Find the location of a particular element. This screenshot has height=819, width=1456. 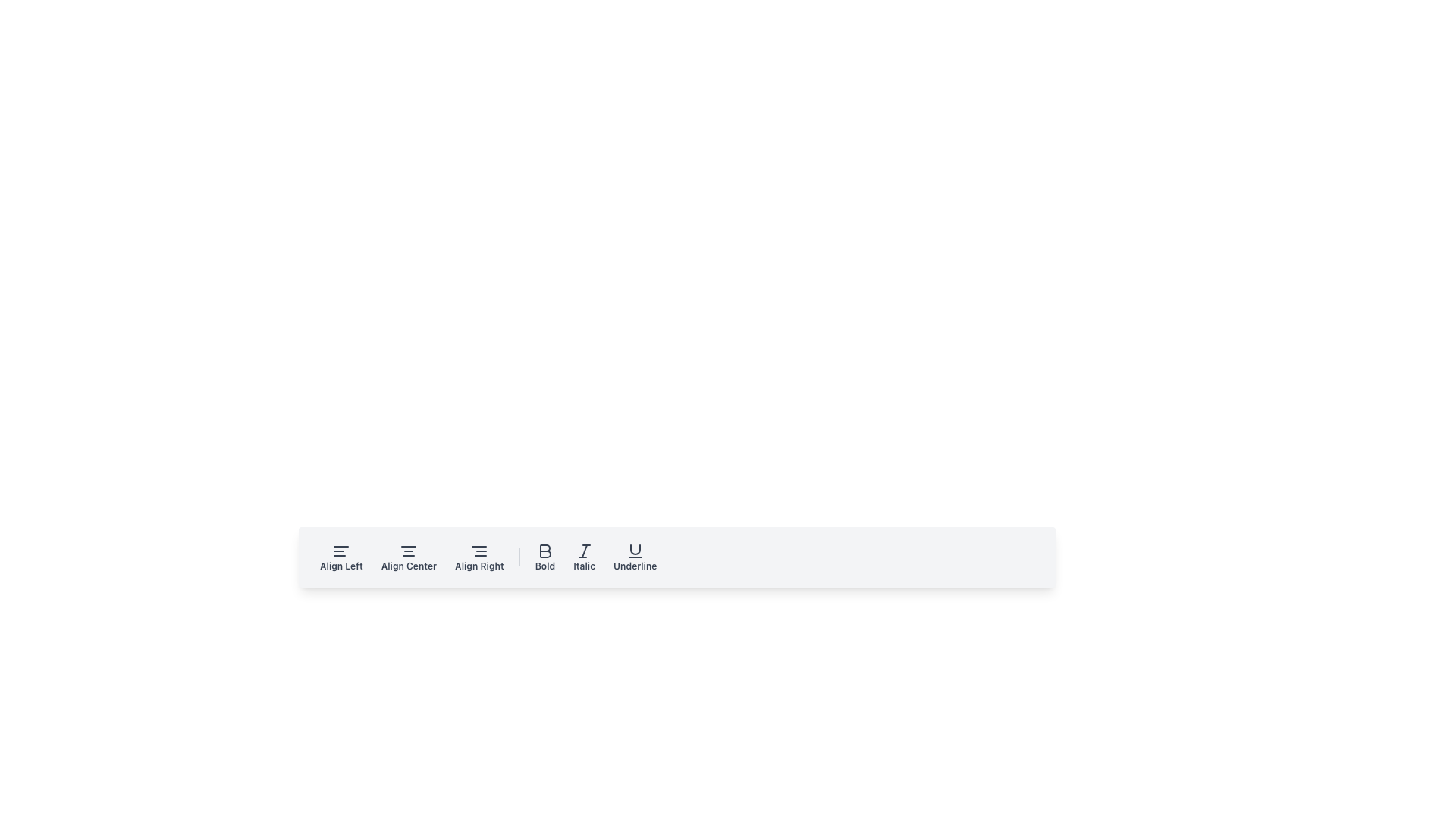

the 'Align Left' button, which features an icon for left-aligned text and the label 'Align Left' below it is located at coordinates (340, 557).